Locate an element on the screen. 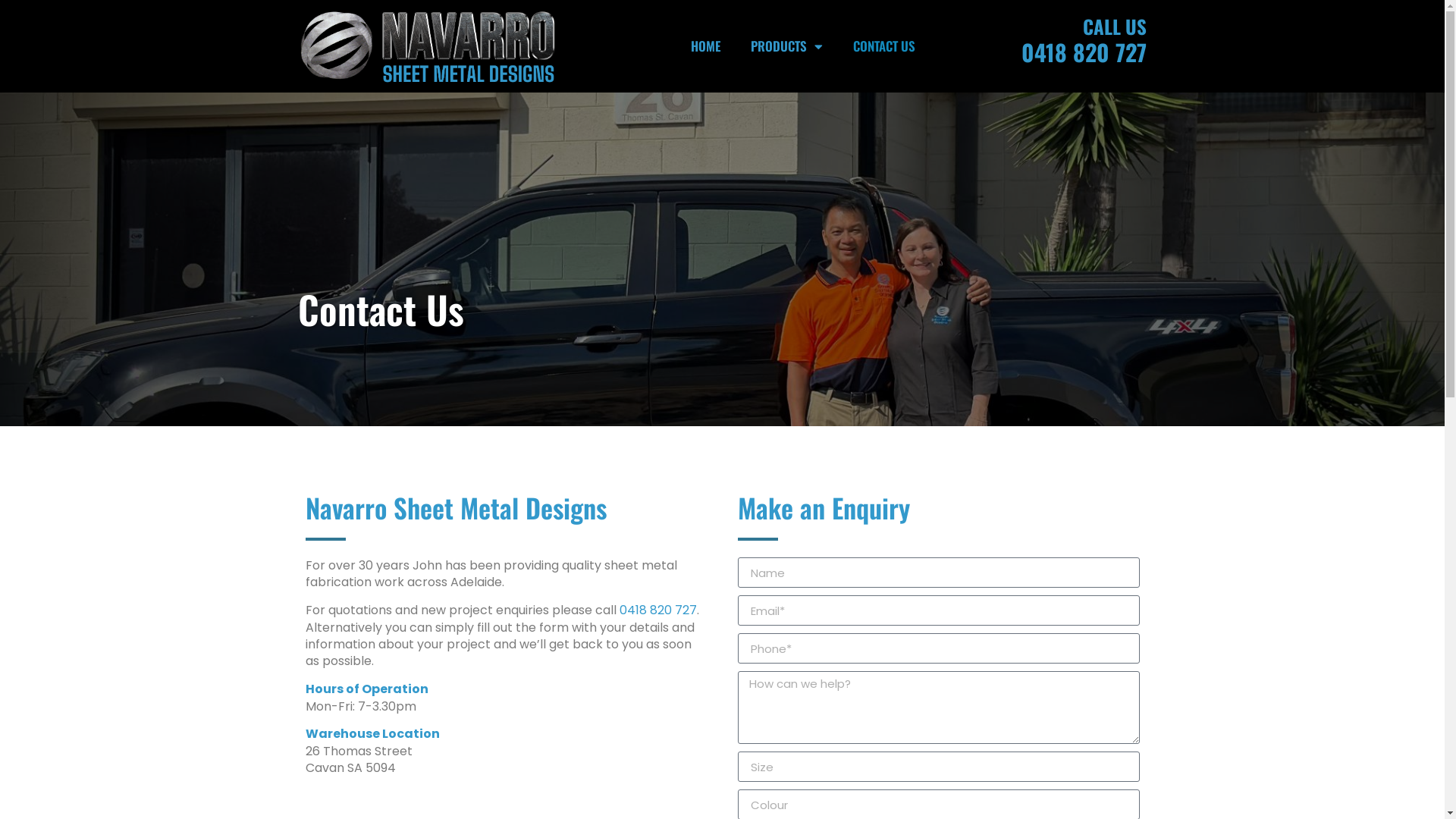 The width and height of the screenshot is (1456, 819). '0418 820 727' is located at coordinates (1083, 51).